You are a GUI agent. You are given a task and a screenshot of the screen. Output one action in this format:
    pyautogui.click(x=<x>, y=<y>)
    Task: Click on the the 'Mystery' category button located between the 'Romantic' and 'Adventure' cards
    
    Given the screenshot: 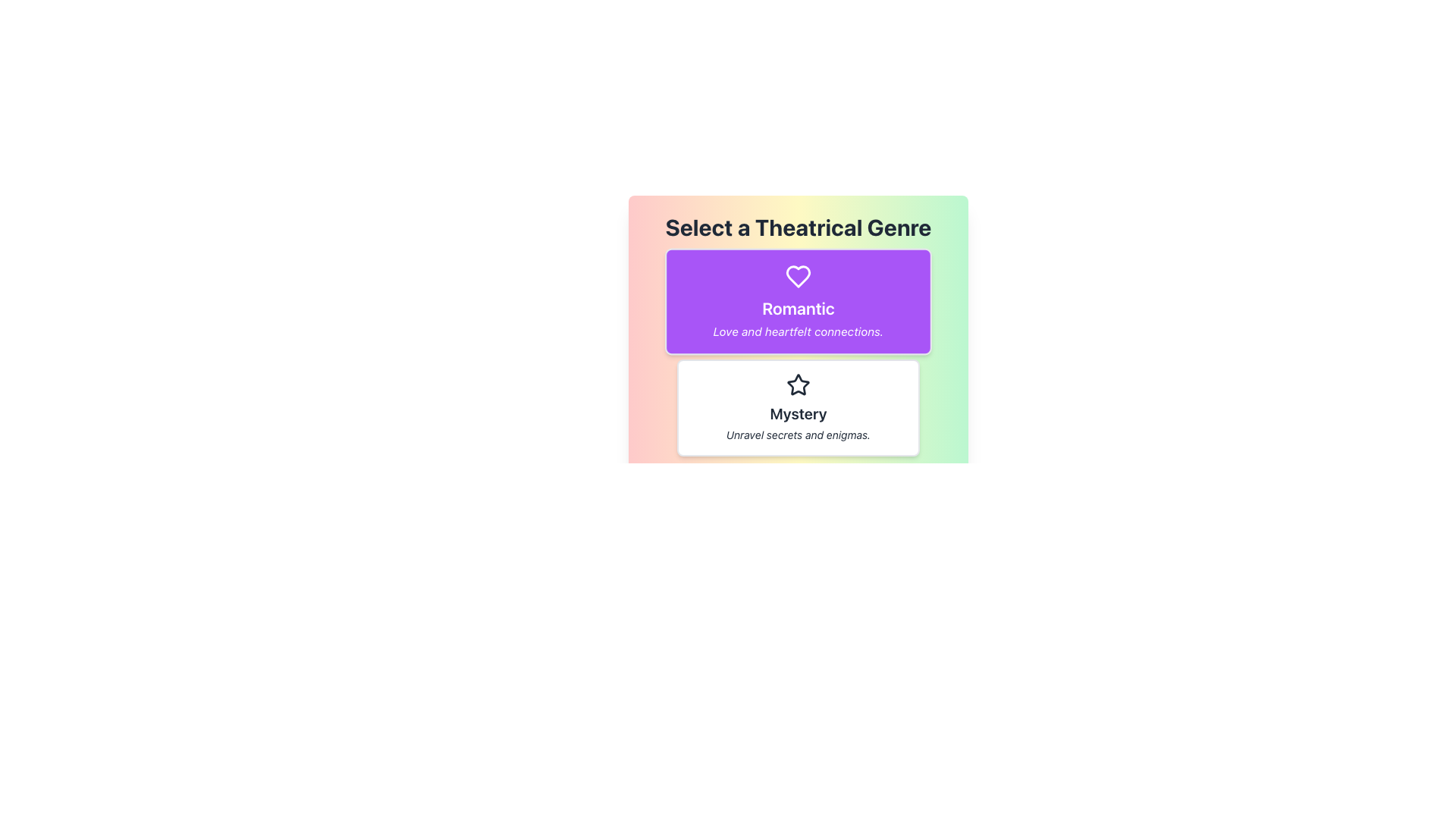 What is the action you would take?
    pyautogui.click(x=797, y=406)
    